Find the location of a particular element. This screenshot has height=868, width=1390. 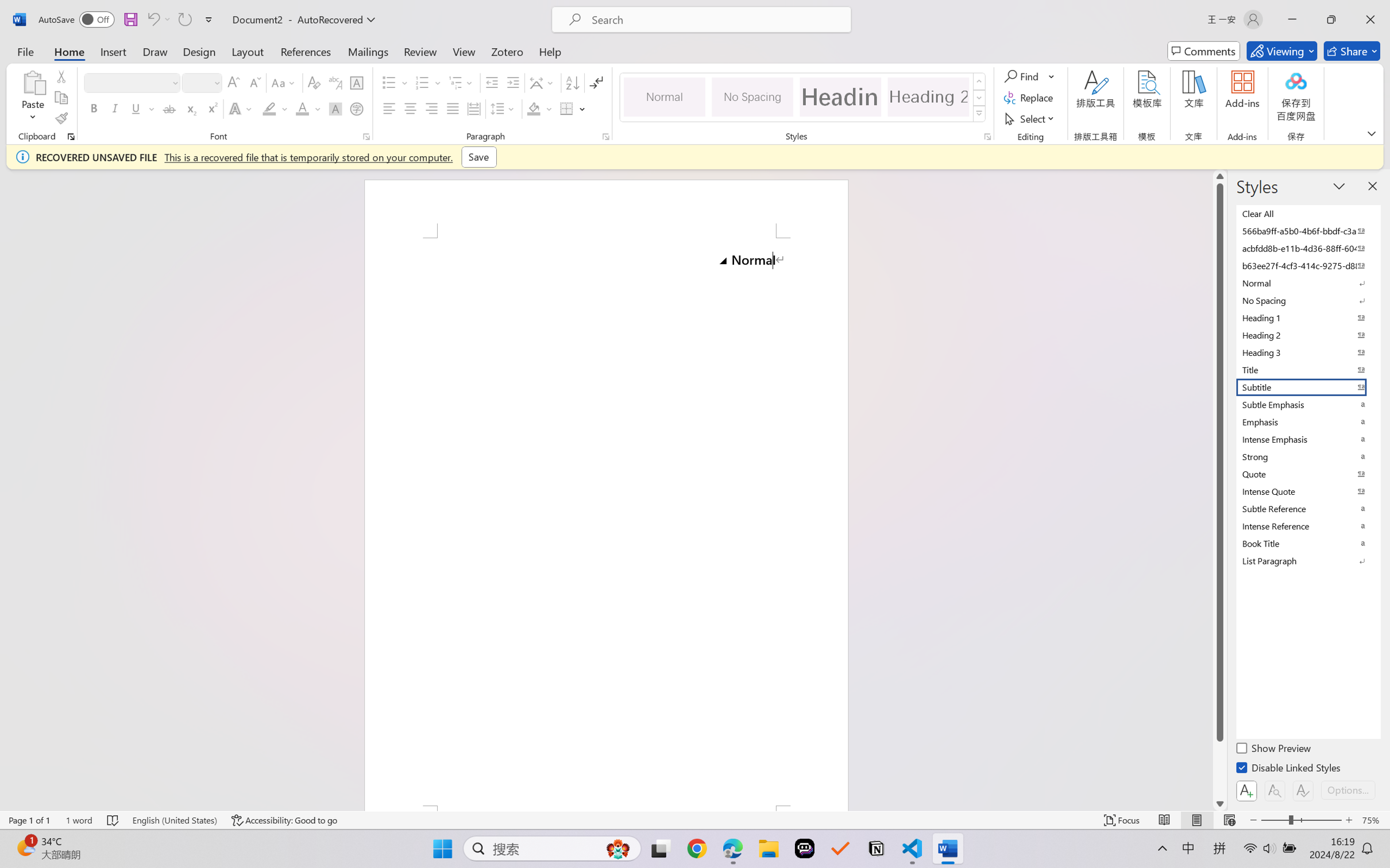

'Decrease Indent' is located at coordinates (492, 83).